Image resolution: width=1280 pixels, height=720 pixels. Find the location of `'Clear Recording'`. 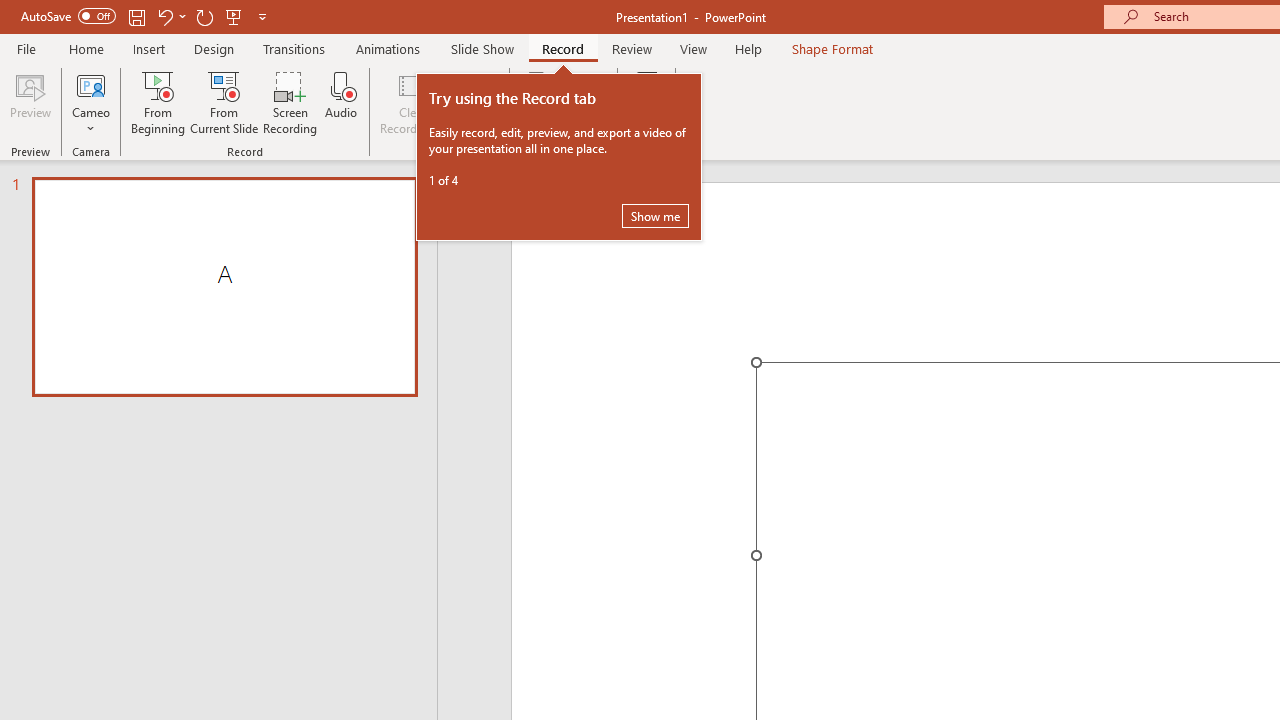

'Clear Recording' is located at coordinates (411, 103).